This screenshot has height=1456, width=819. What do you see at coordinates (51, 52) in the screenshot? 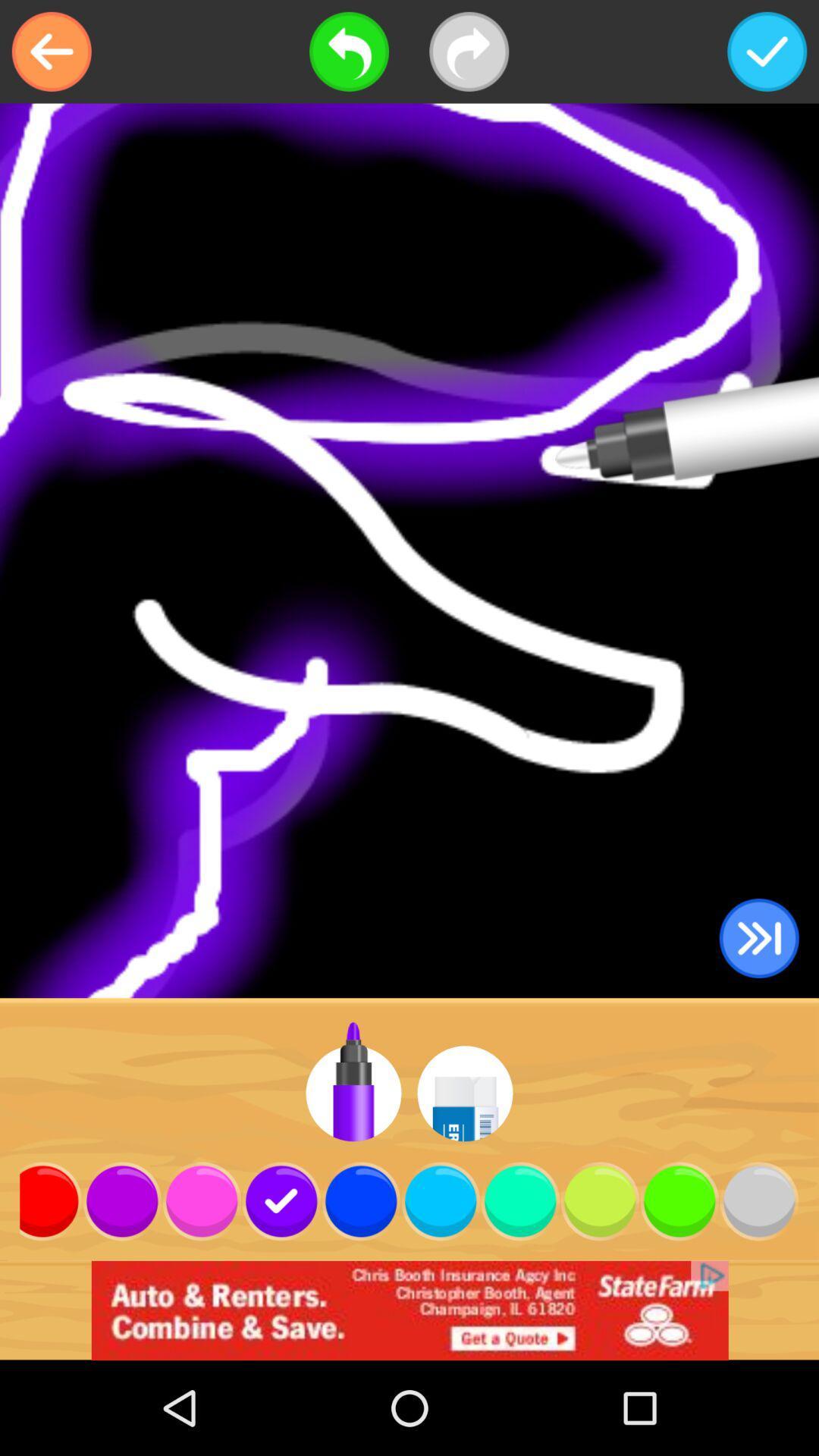
I see `previous` at bounding box center [51, 52].